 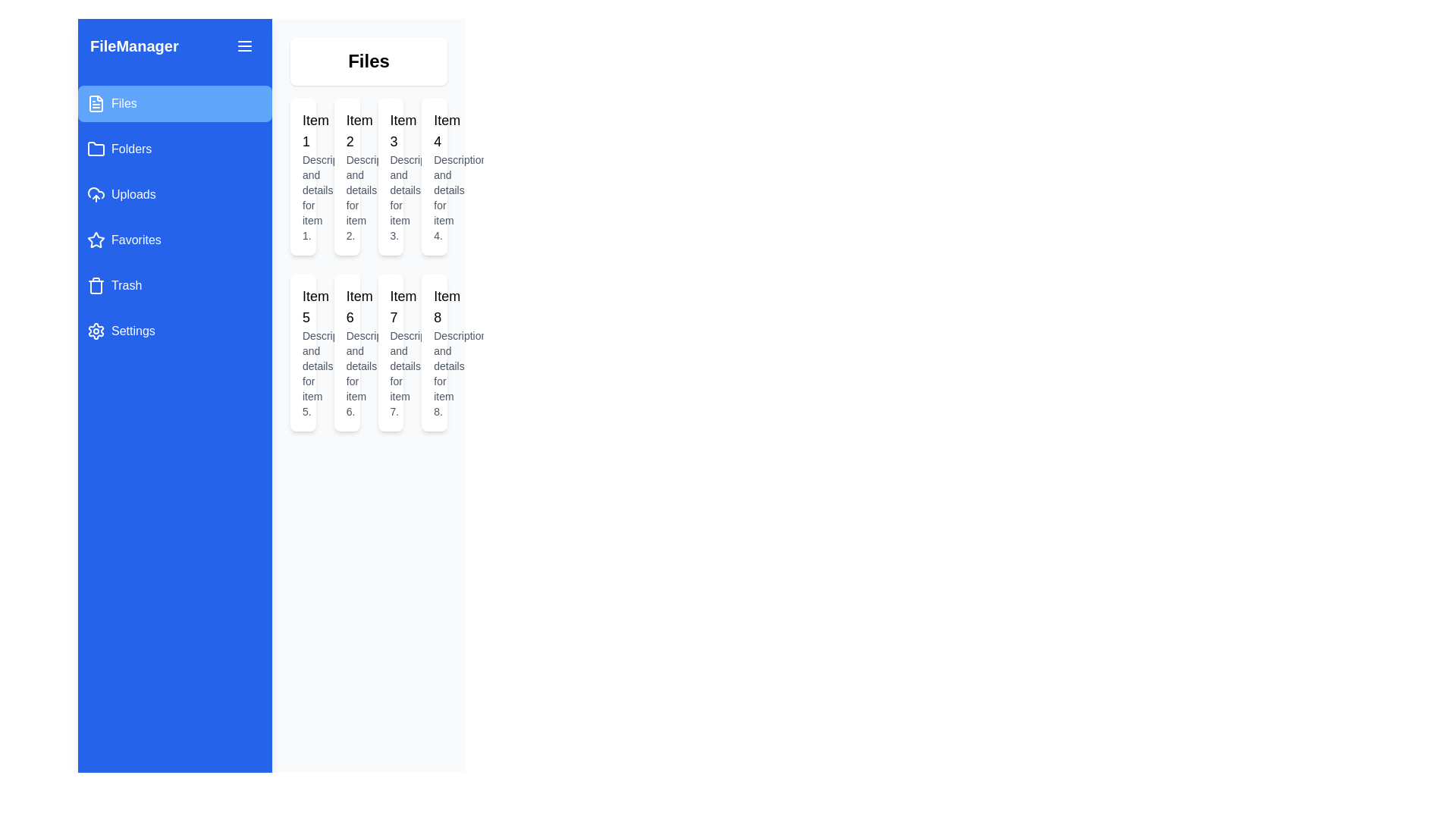 What do you see at coordinates (174, 45) in the screenshot?
I see `the 'FileManager' header in the sidebar, which has a blue background and white bold text` at bounding box center [174, 45].